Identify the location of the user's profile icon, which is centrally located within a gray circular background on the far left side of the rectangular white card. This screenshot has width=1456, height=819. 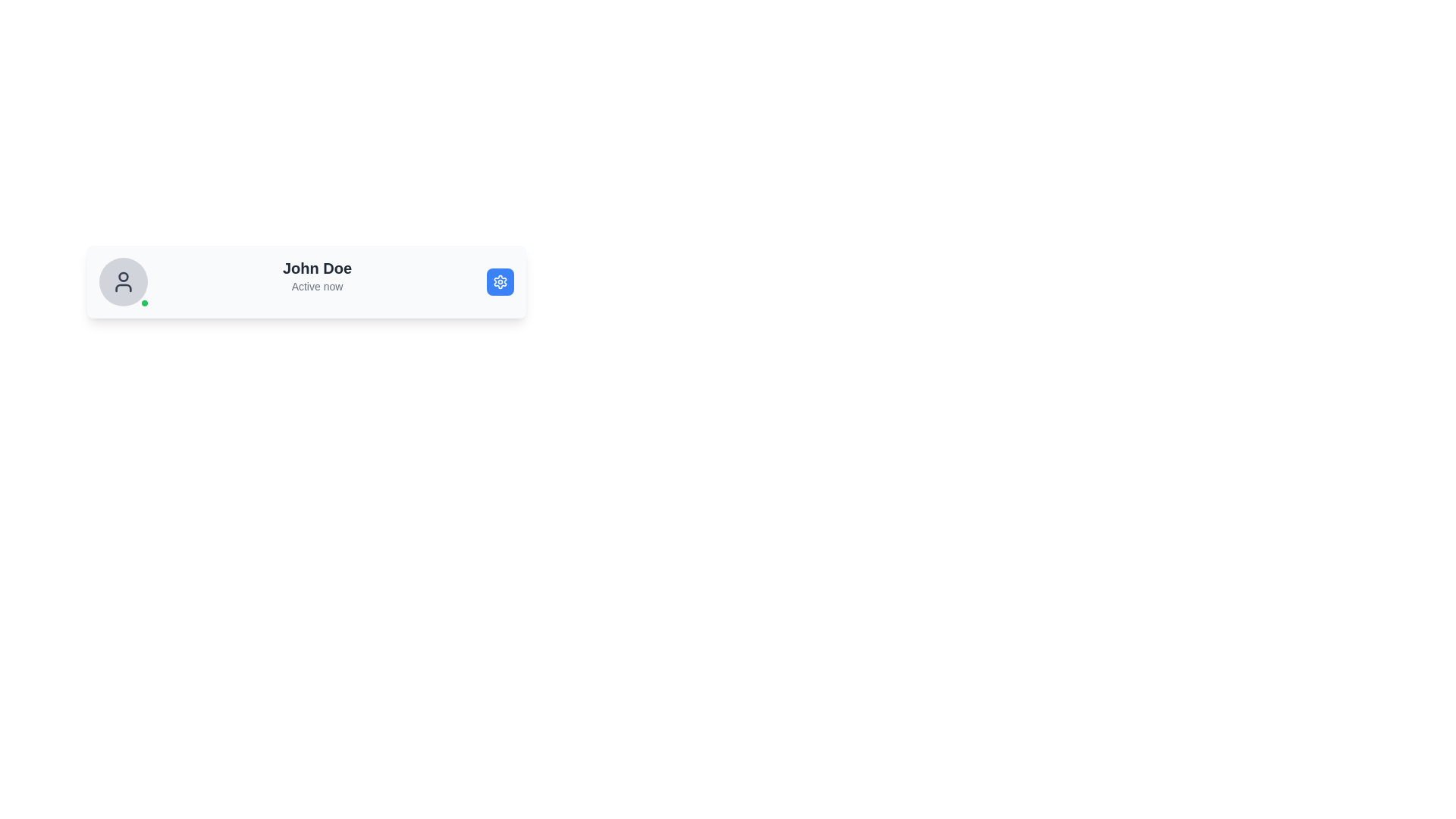
(124, 281).